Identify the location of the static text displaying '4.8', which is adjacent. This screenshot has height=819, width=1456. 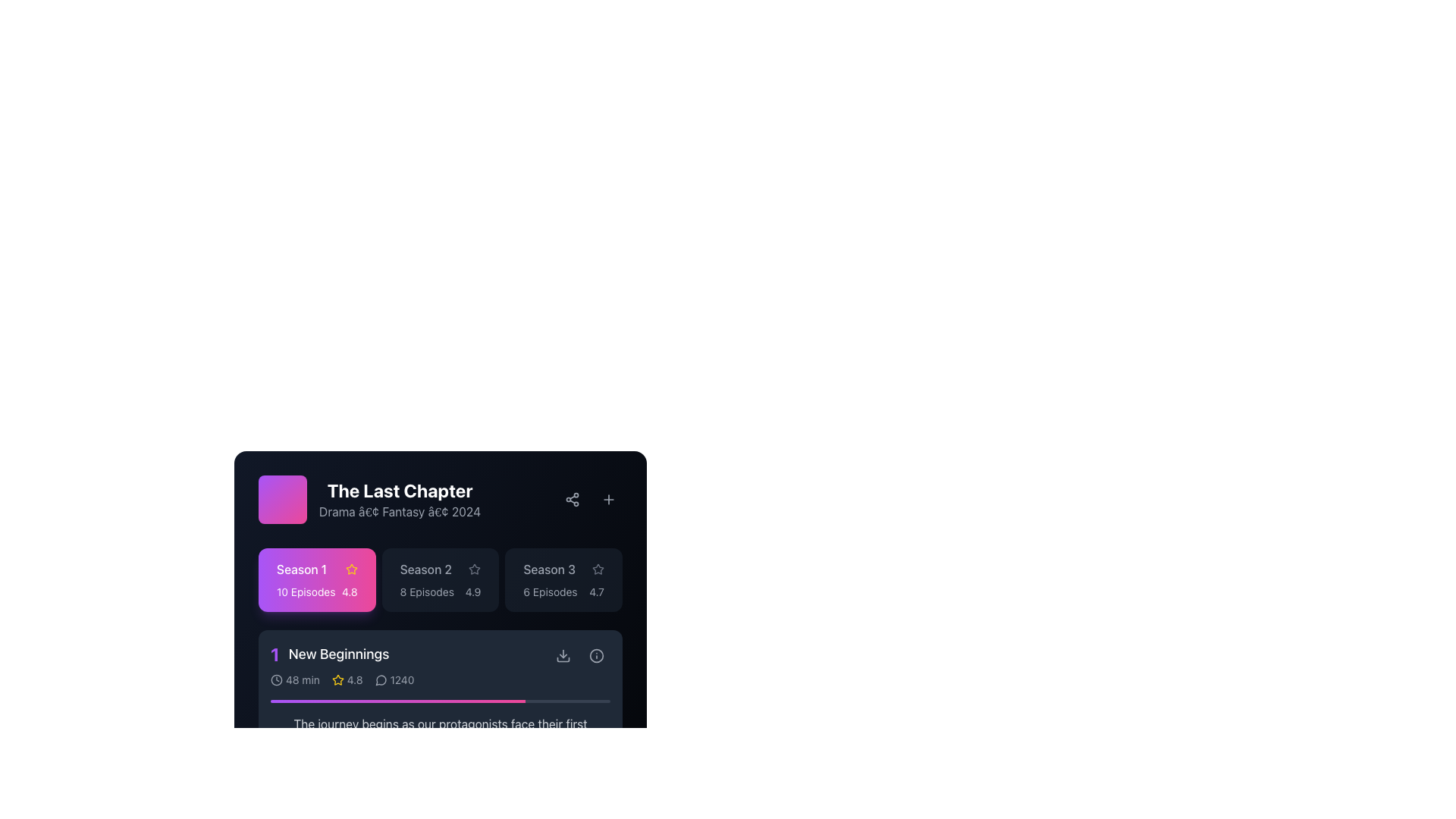
(354, 679).